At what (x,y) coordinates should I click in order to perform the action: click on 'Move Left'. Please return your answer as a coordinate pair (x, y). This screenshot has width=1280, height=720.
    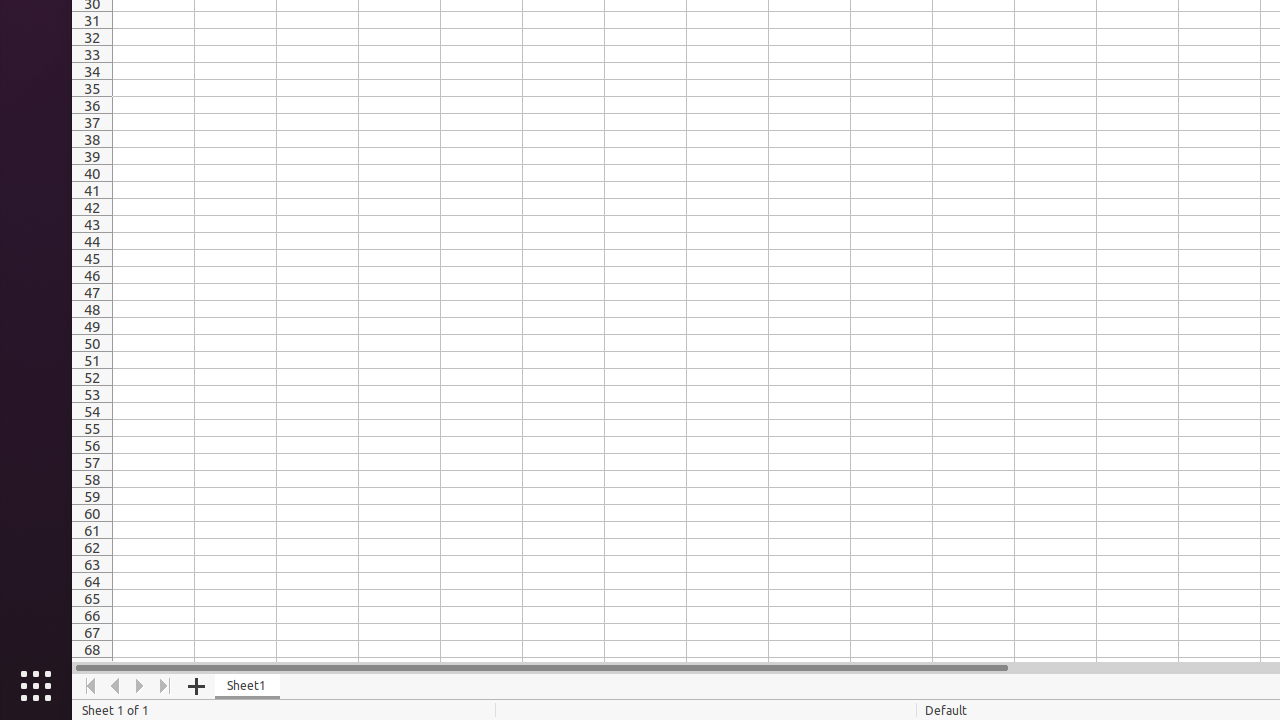
    Looking at the image, I should click on (114, 685).